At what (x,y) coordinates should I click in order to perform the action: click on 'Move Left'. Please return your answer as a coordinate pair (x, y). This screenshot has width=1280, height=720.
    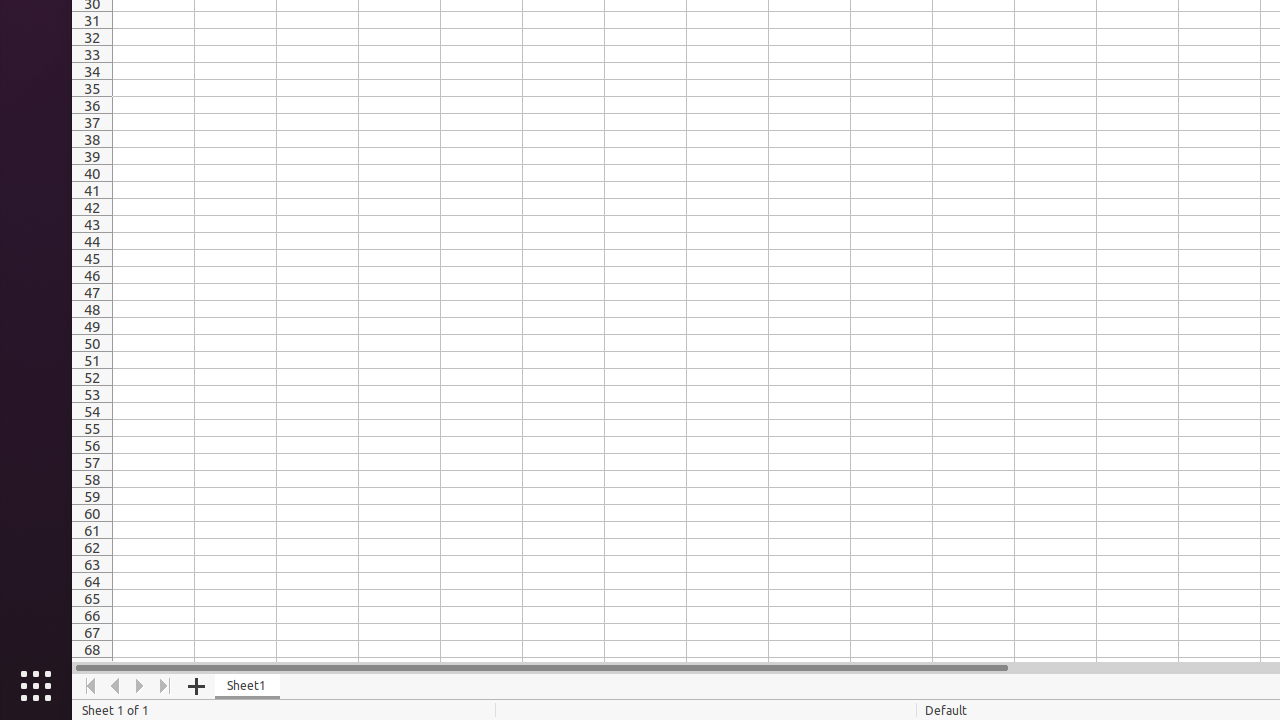
    Looking at the image, I should click on (114, 685).